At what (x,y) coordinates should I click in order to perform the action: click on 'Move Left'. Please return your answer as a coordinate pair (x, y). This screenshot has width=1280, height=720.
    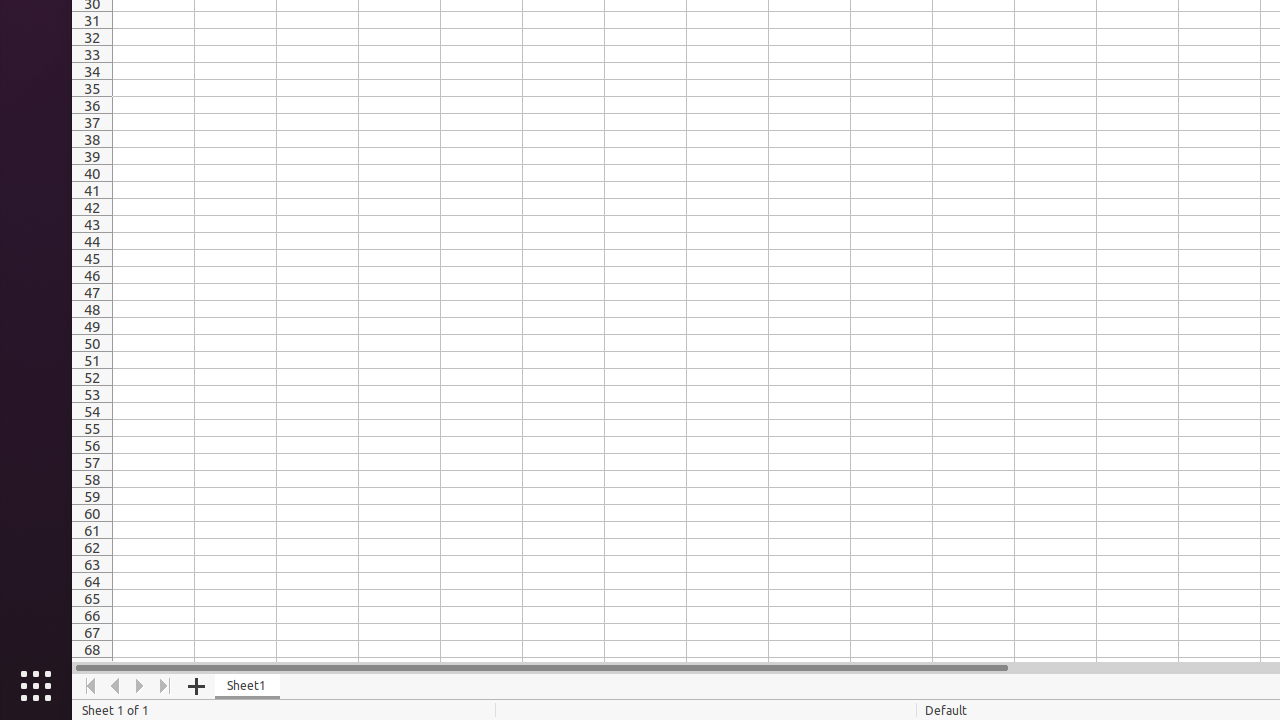
    Looking at the image, I should click on (114, 685).